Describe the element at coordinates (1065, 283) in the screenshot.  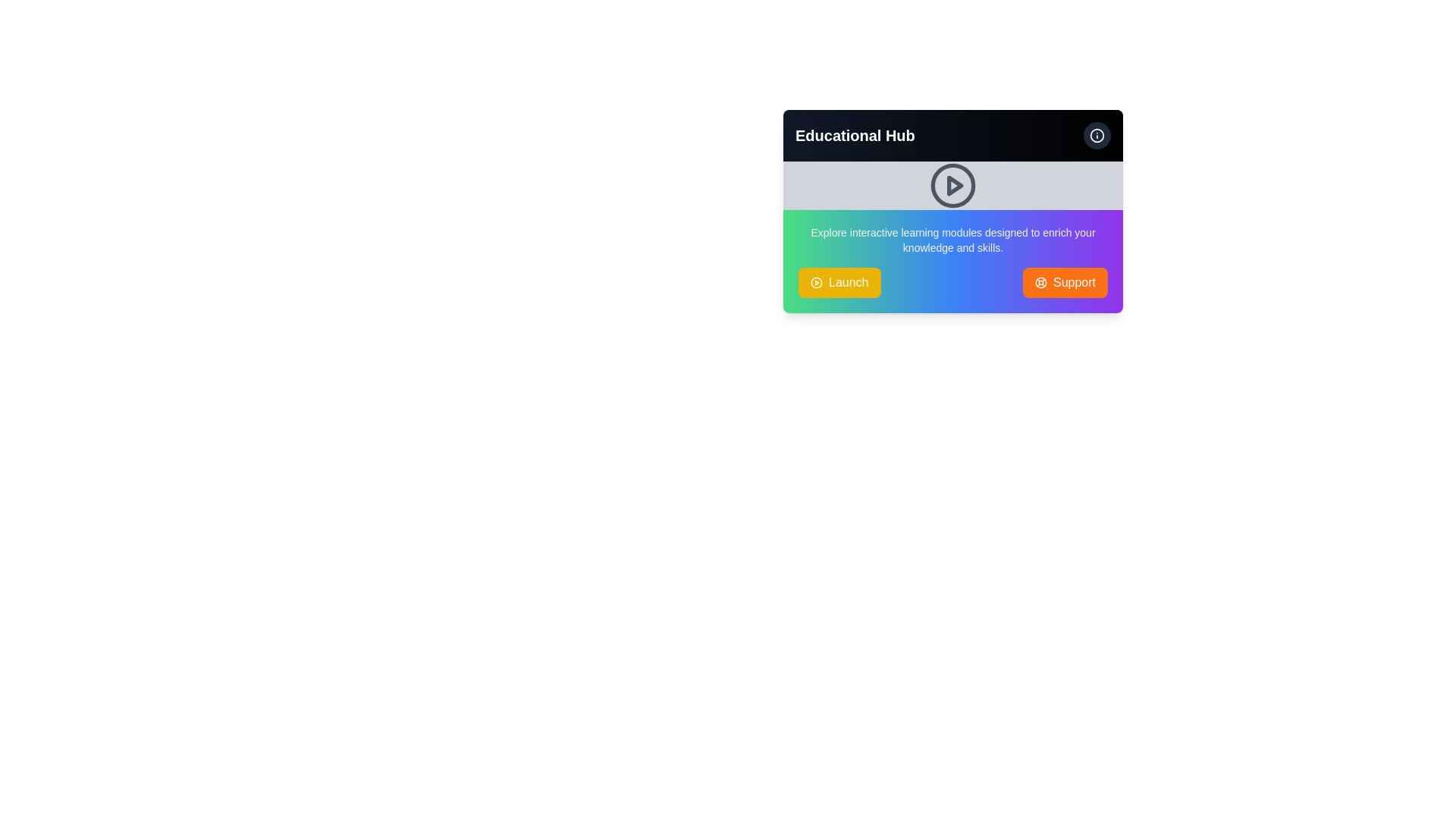
I see `the support button located at the bottom right of the 'Educational Hub' module` at that location.